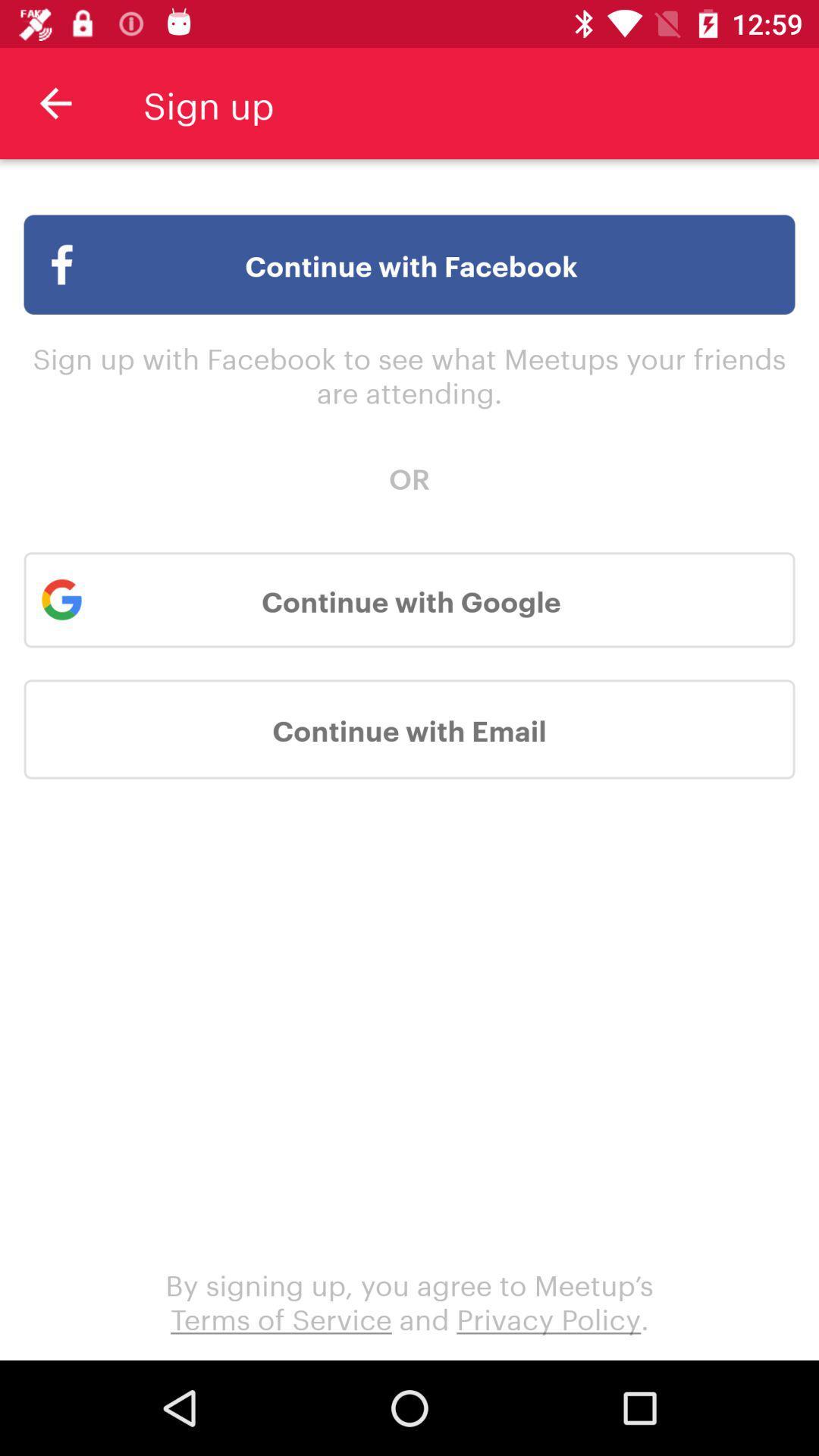 The image size is (819, 1456). Describe the element at coordinates (55, 102) in the screenshot. I see `item to the left of the sign up icon` at that location.